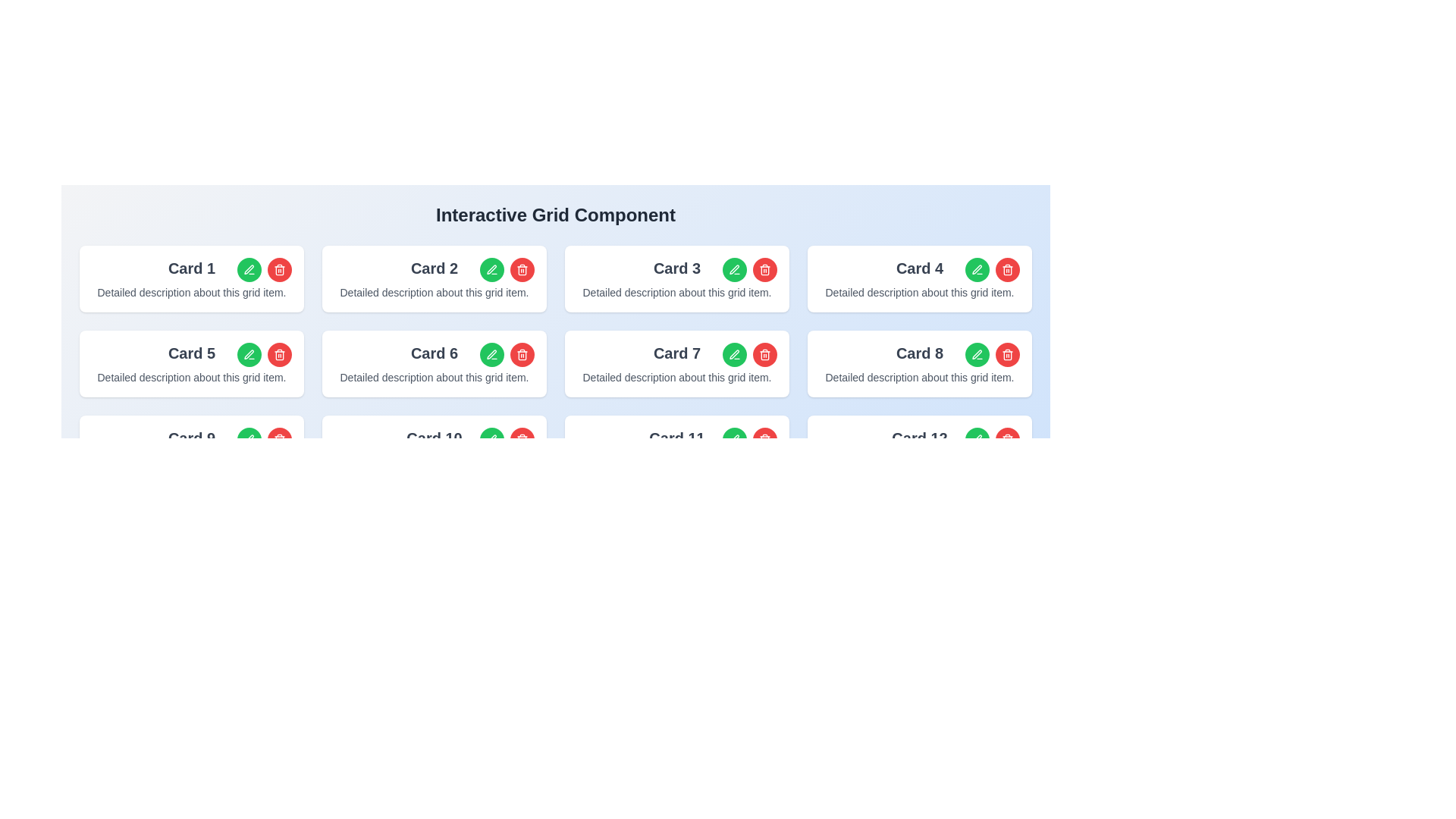 The height and width of the screenshot is (819, 1456). Describe the element at coordinates (280, 439) in the screenshot. I see `the trash icon button located at the top-right corner of 'Card 9'` at that location.